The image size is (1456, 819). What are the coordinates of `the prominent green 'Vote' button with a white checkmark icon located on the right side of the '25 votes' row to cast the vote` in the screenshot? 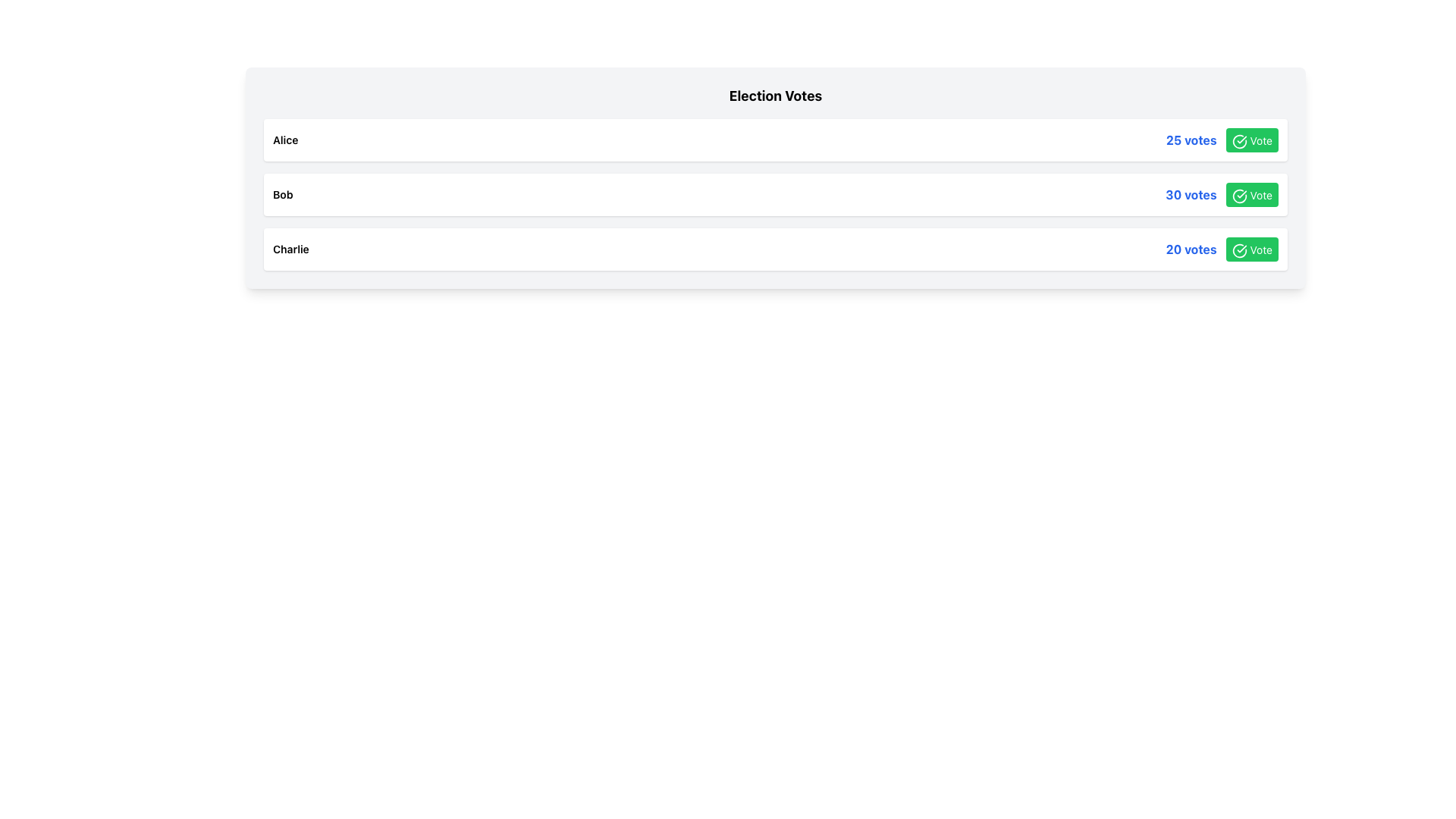 It's located at (1252, 140).